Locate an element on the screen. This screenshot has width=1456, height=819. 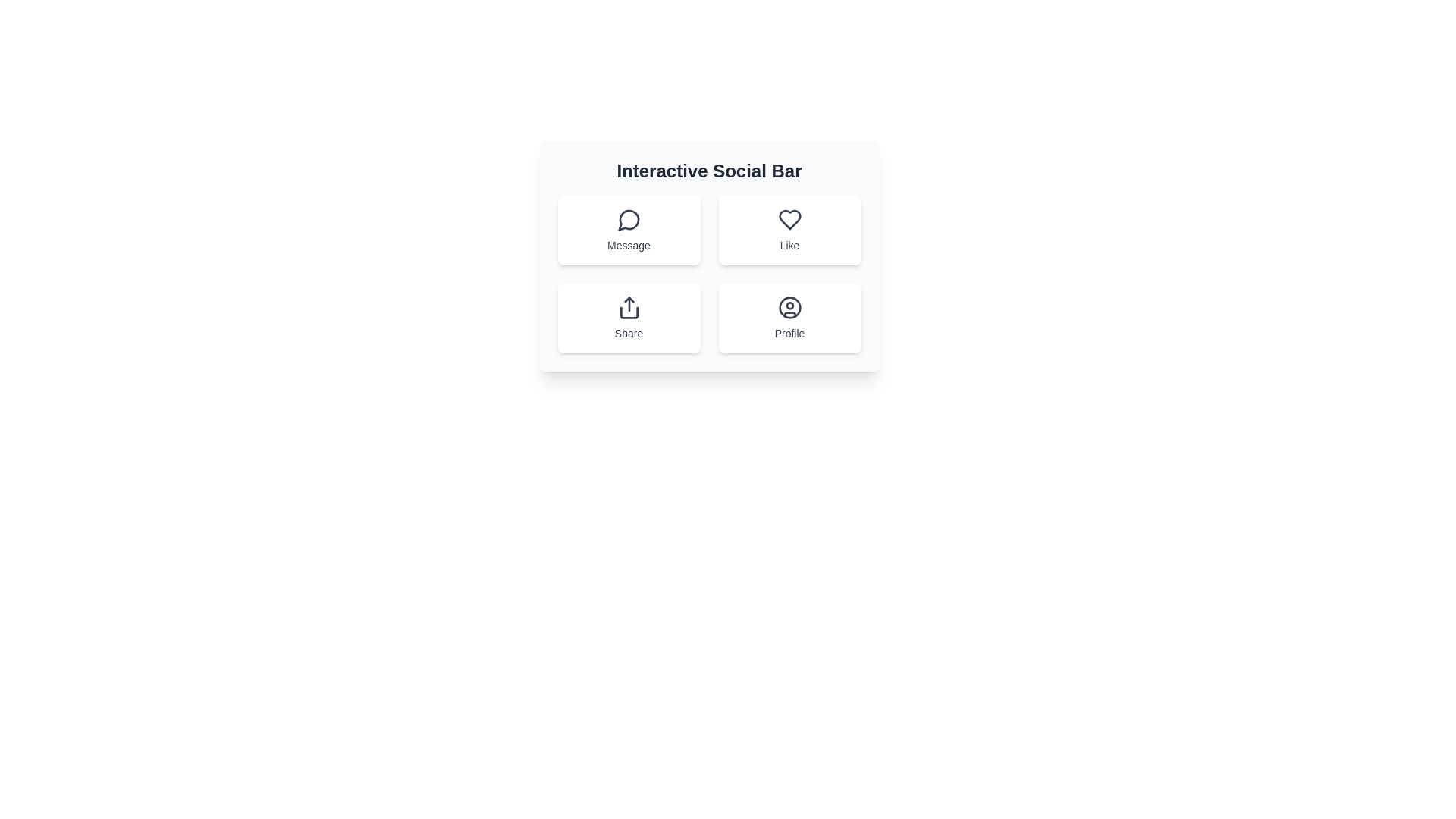
the curved line forming a rectangular arc of the share icon in the interactive toolbar is located at coordinates (629, 312).